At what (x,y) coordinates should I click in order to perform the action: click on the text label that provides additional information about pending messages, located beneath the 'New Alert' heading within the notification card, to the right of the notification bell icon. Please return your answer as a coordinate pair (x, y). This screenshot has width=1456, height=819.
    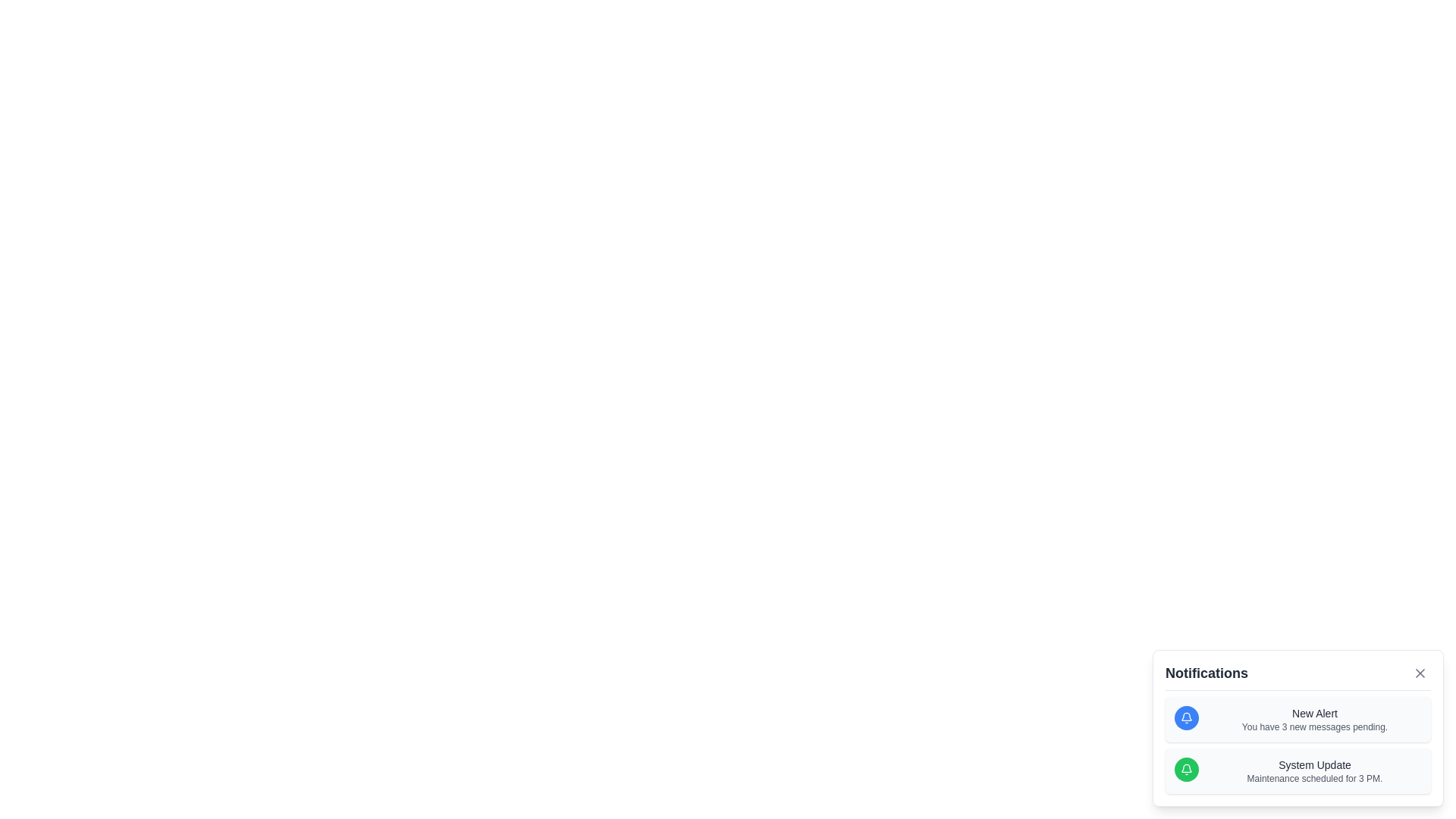
    Looking at the image, I should click on (1313, 726).